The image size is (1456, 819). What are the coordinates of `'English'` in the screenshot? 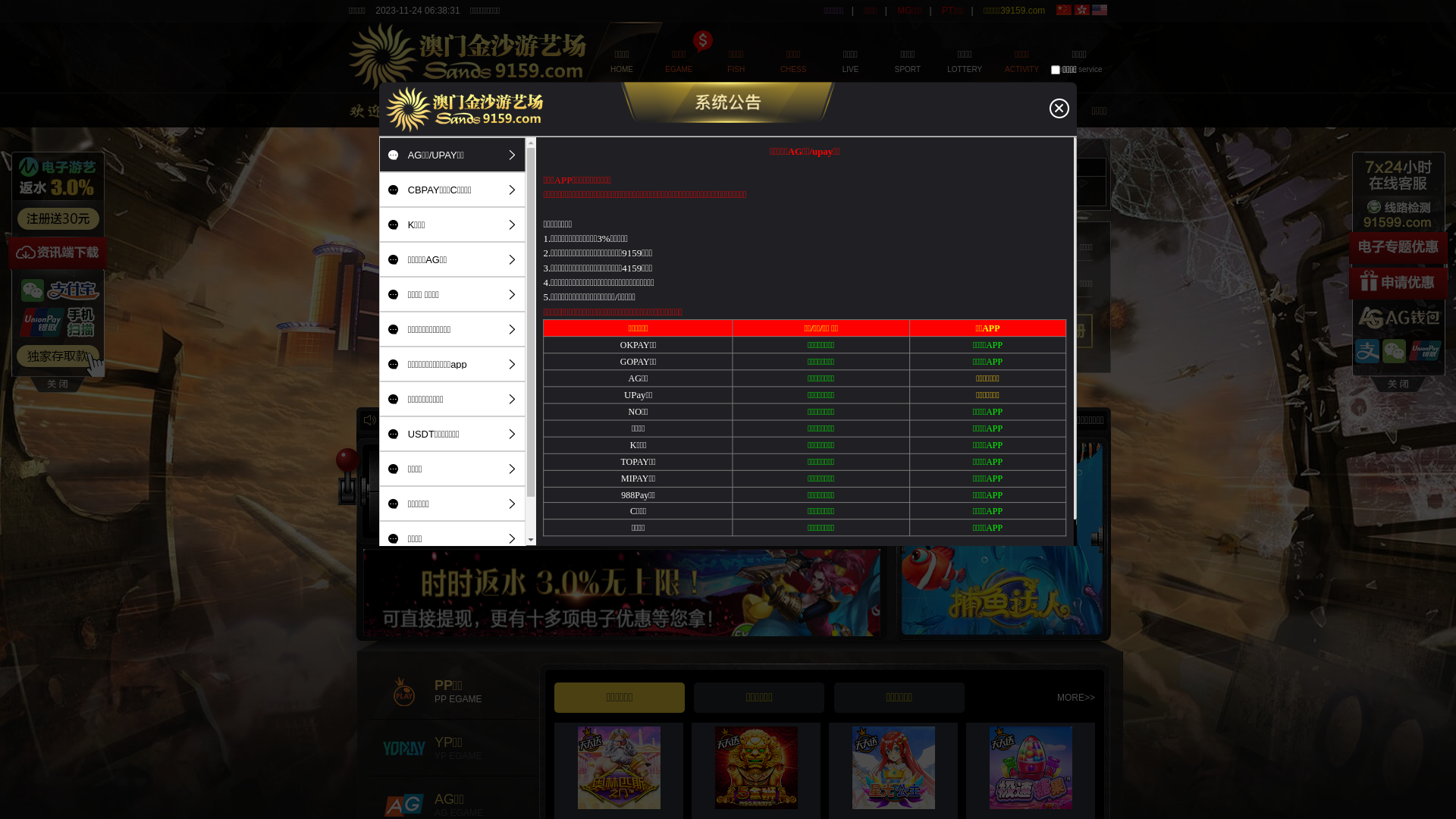 It's located at (1099, 9).